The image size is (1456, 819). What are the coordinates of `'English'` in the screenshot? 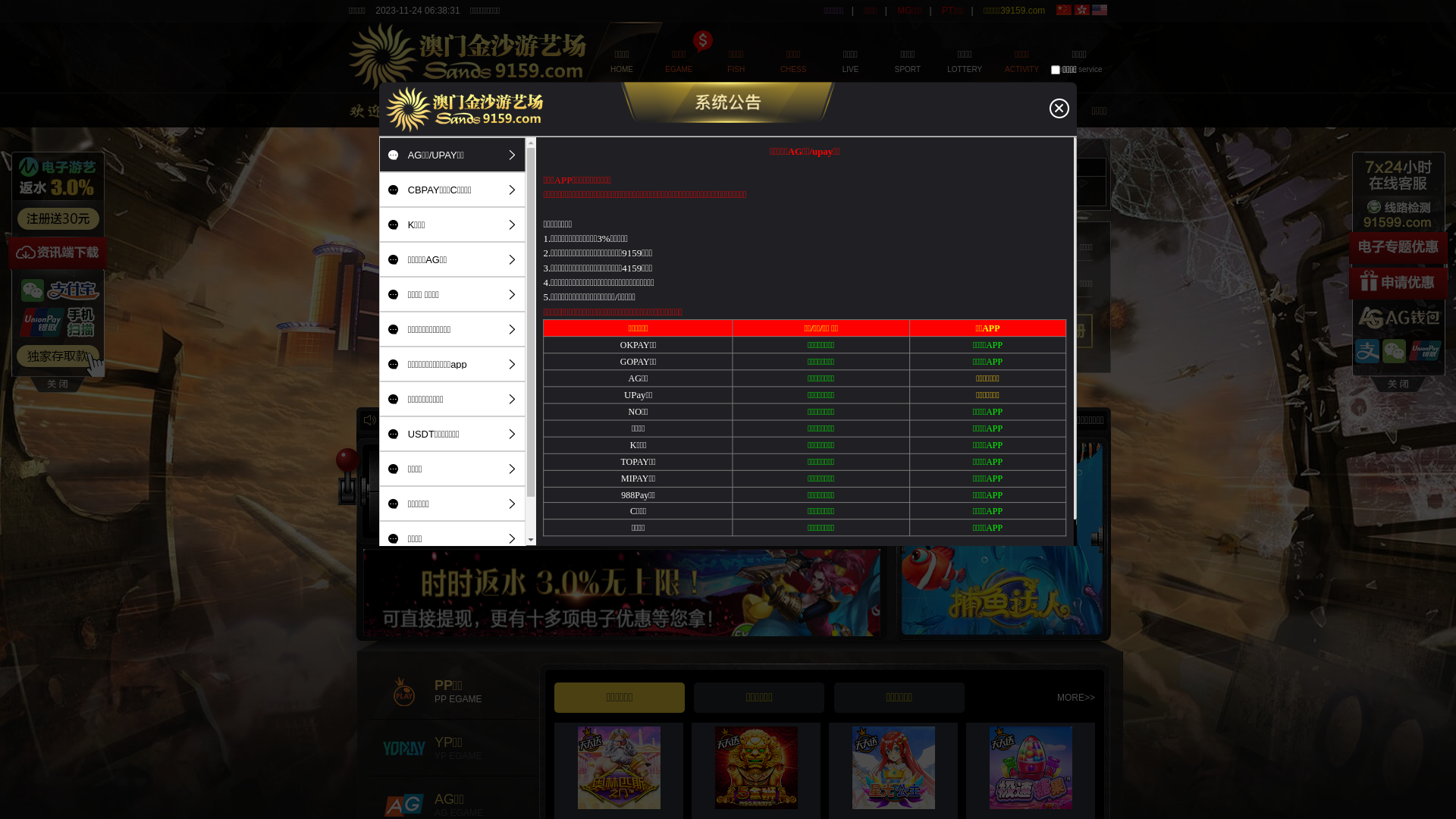 It's located at (1099, 9).